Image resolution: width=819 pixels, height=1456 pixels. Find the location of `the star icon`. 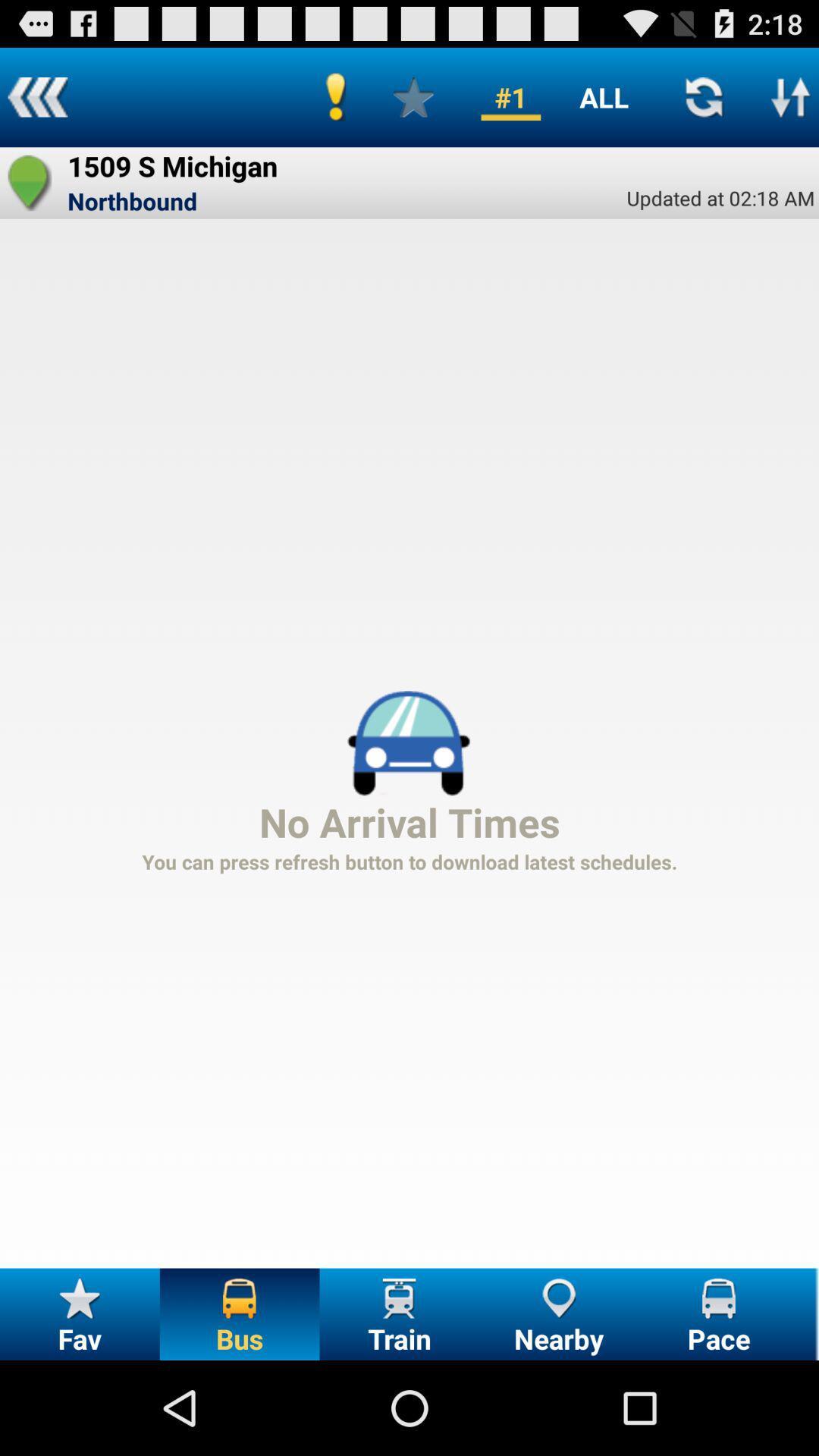

the star icon is located at coordinates (413, 103).